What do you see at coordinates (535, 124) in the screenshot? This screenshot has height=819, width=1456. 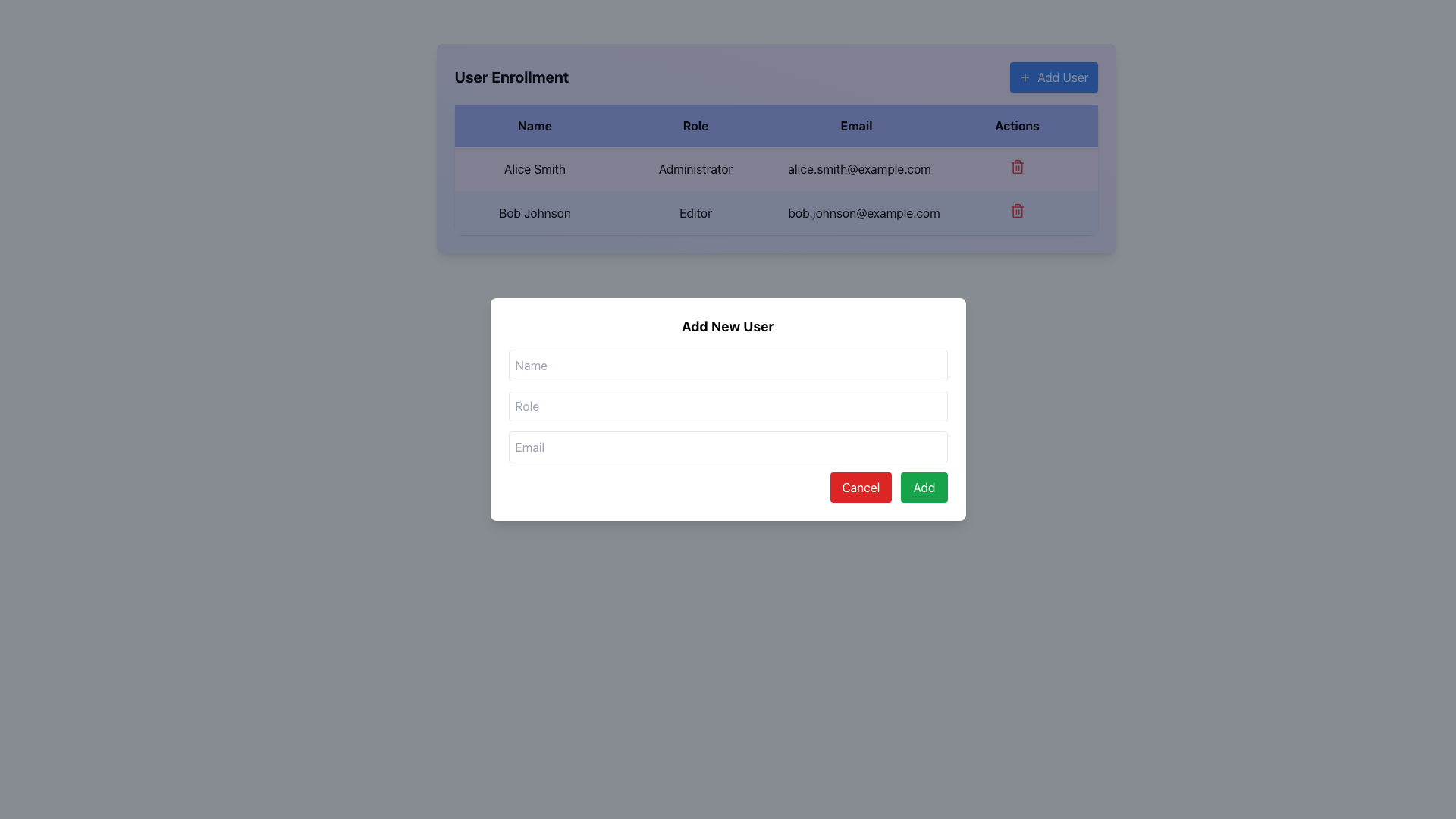 I see `the 'Name' header label in the User Enrollment section, which is located in the top-left cell of the header row indicating the names of individuals` at bounding box center [535, 124].